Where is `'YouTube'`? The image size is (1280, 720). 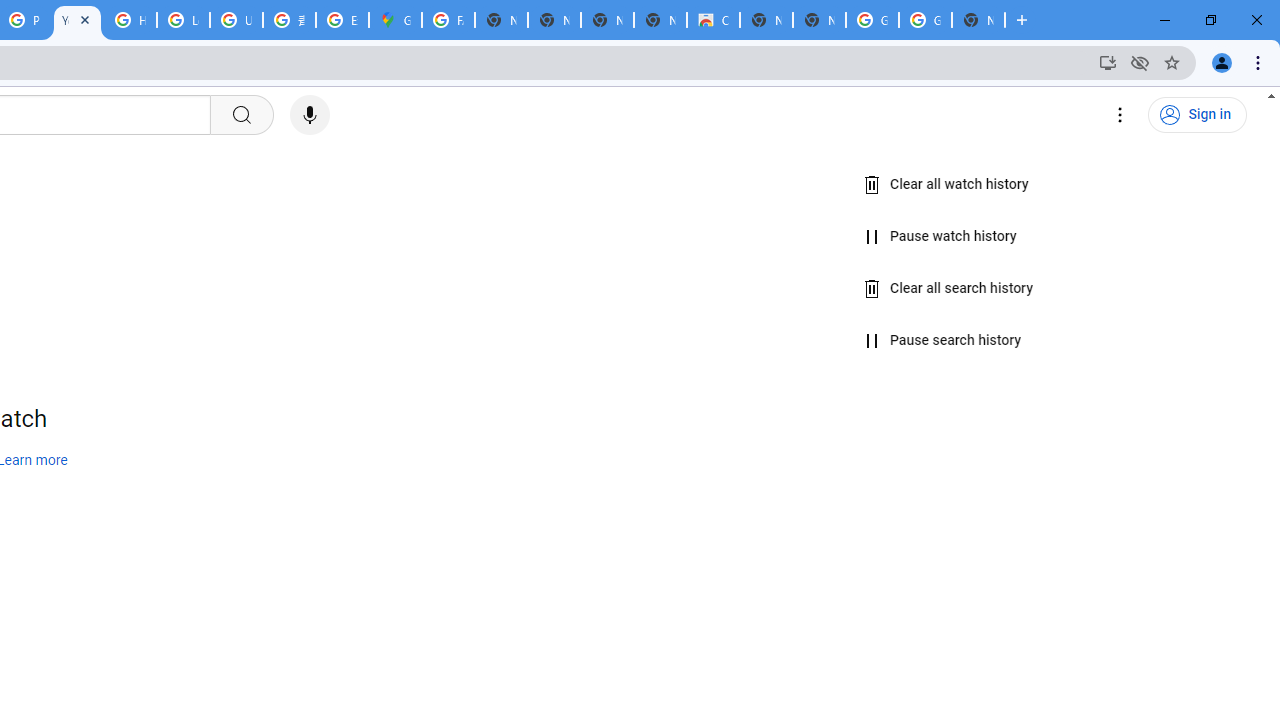
'YouTube' is located at coordinates (77, 20).